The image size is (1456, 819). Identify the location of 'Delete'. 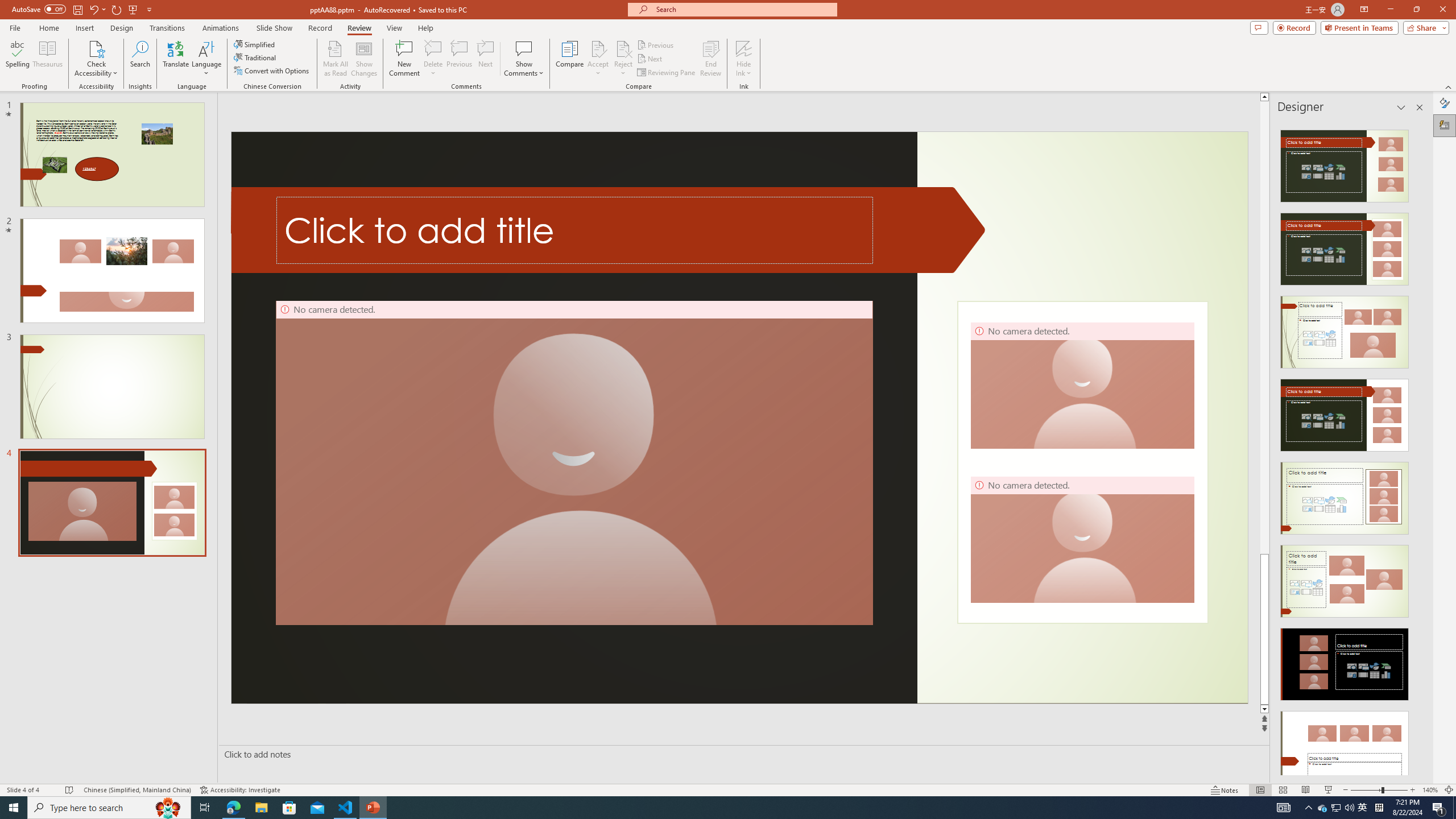
(433, 48).